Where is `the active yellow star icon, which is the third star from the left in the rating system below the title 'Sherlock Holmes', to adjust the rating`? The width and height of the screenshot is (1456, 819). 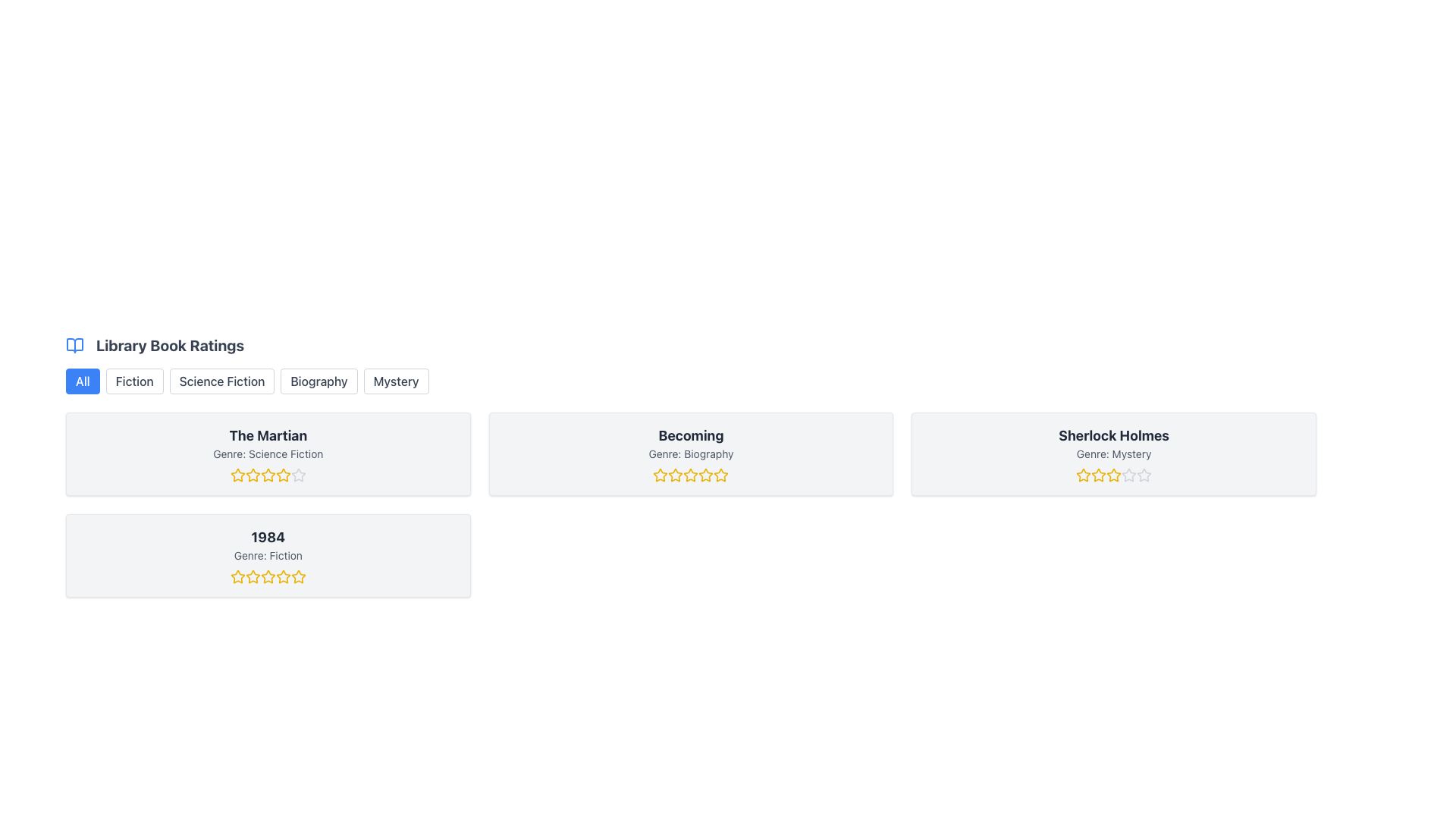
the active yellow star icon, which is the third star from the left in the rating system below the title 'Sherlock Holmes', to adjust the rating is located at coordinates (1099, 475).